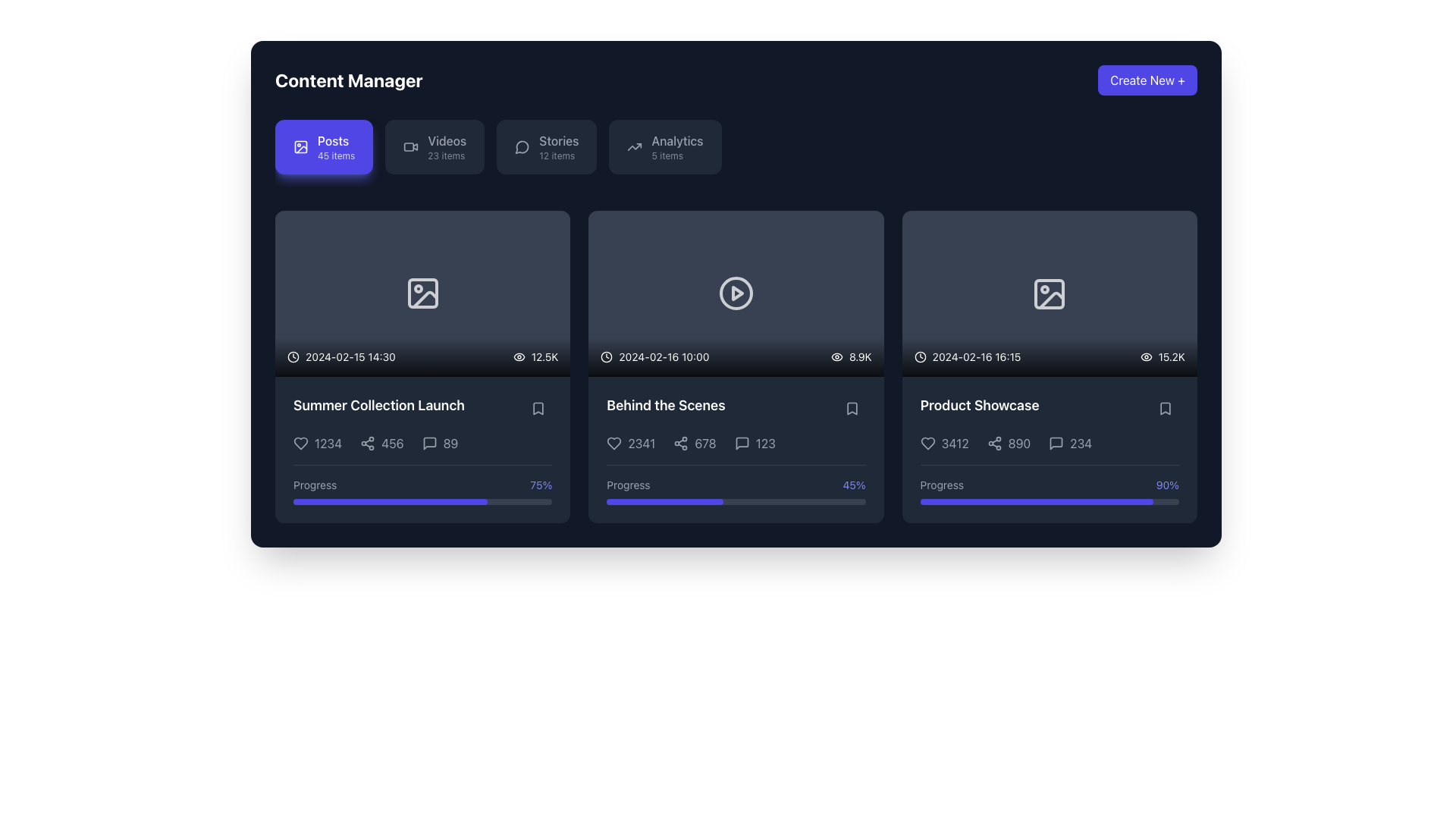 Image resolution: width=1456 pixels, height=819 pixels. What do you see at coordinates (676, 146) in the screenshot?
I see `the text block displaying analytics information, which is the fourth navigation item in the top menu, positioned to the right of the 'Stories' section` at bounding box center [676, 146].